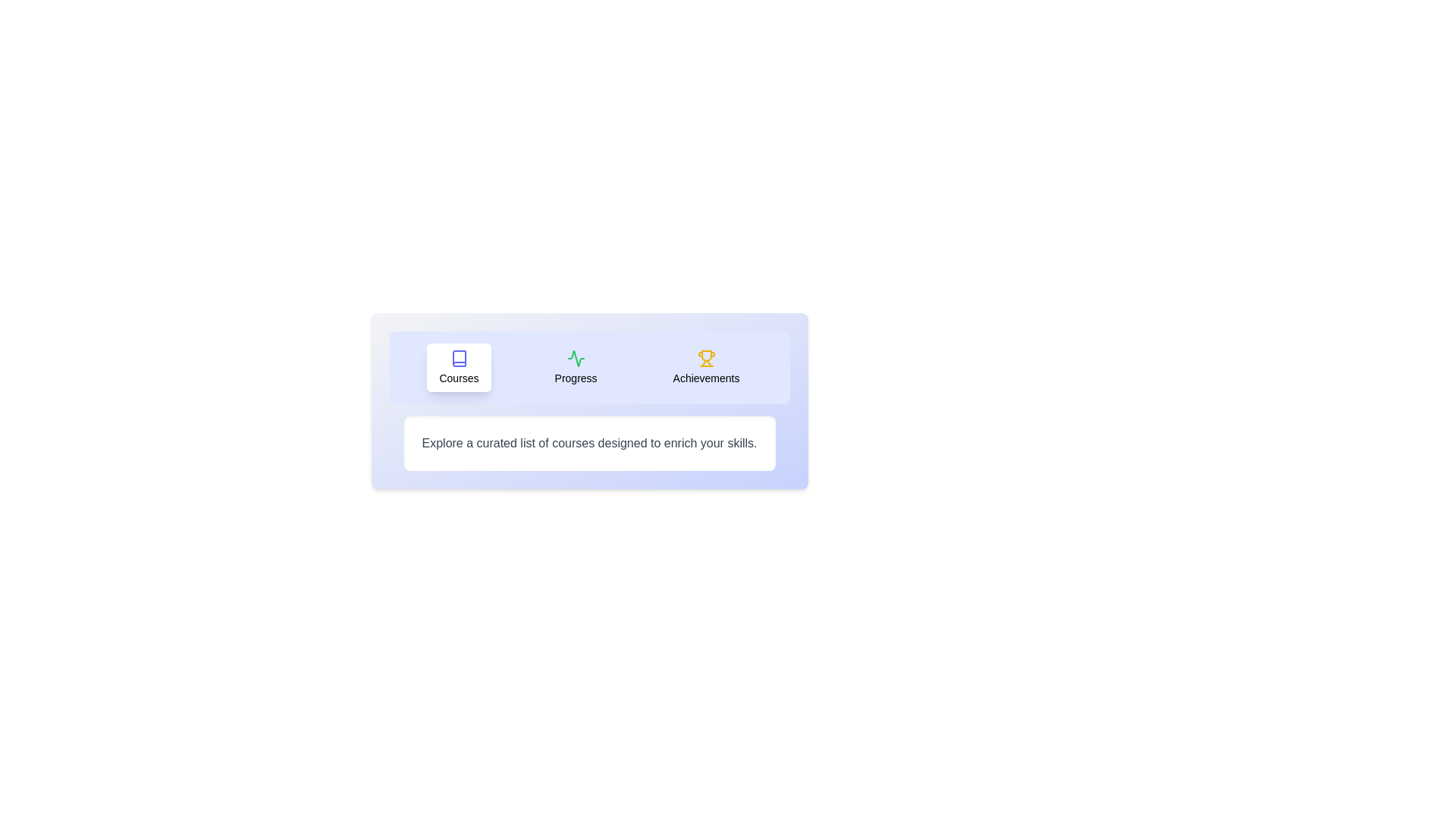 Image resolution: width=1456 pixels, height=819 pixels. Describe the element at coordinates (705, 368) in the screenshot. I see `the Achievements tab by clicking on its button` at that location.